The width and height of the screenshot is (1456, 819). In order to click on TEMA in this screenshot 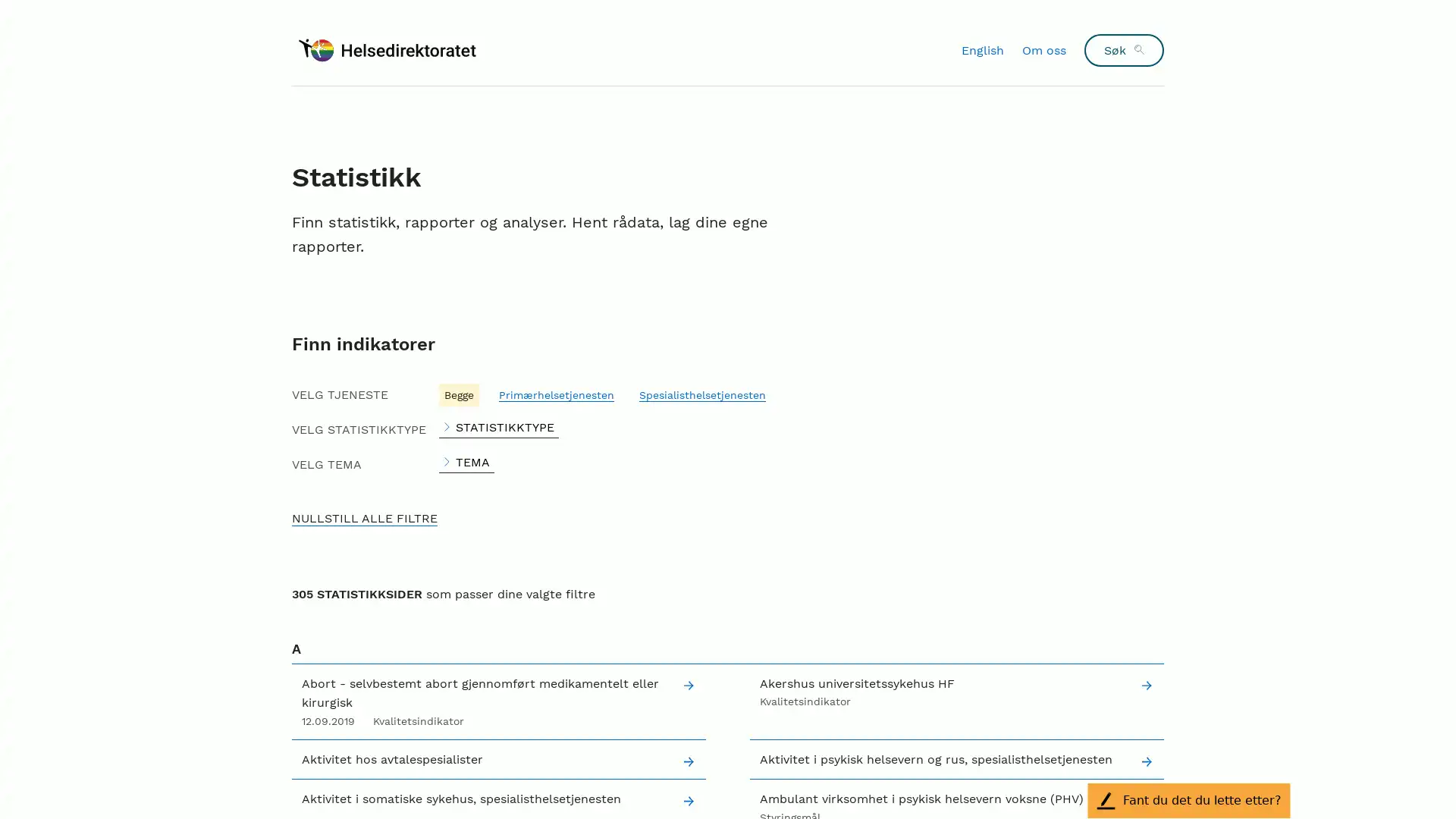, I will do `click(466, 462)`.